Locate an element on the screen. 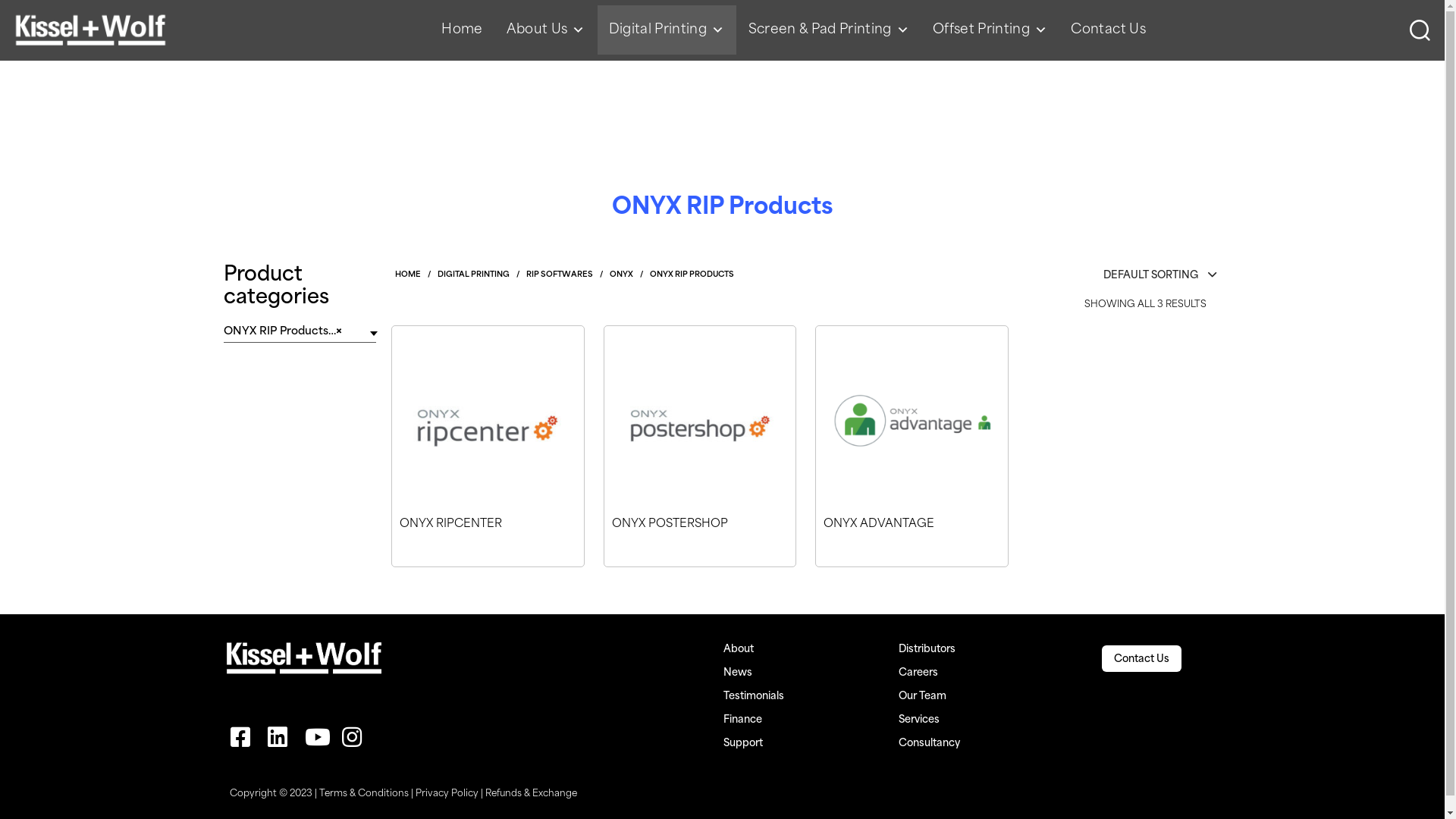 The width and height of the screenshot is (1456, 819). 'HOME' is located at coordinates (395, 275).